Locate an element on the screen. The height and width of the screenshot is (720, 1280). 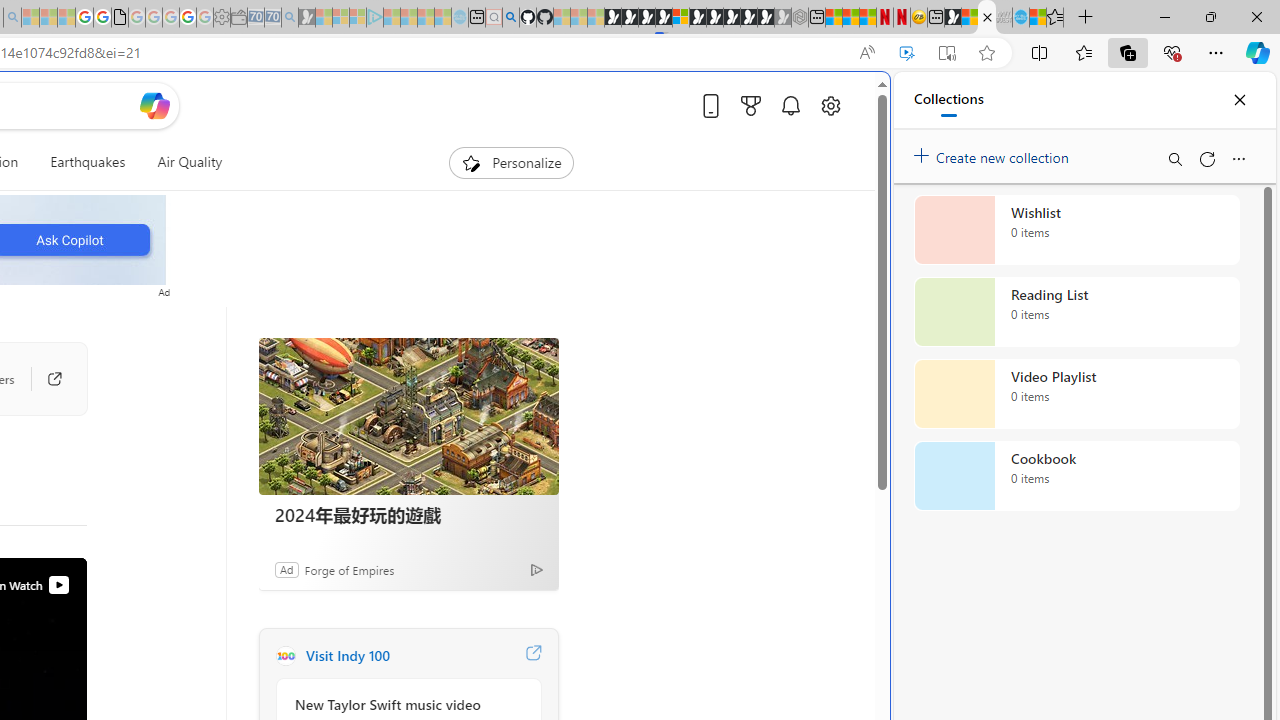
'google_privacy_policy_zh-CN.pdf' is located at coordinates (118, 17).